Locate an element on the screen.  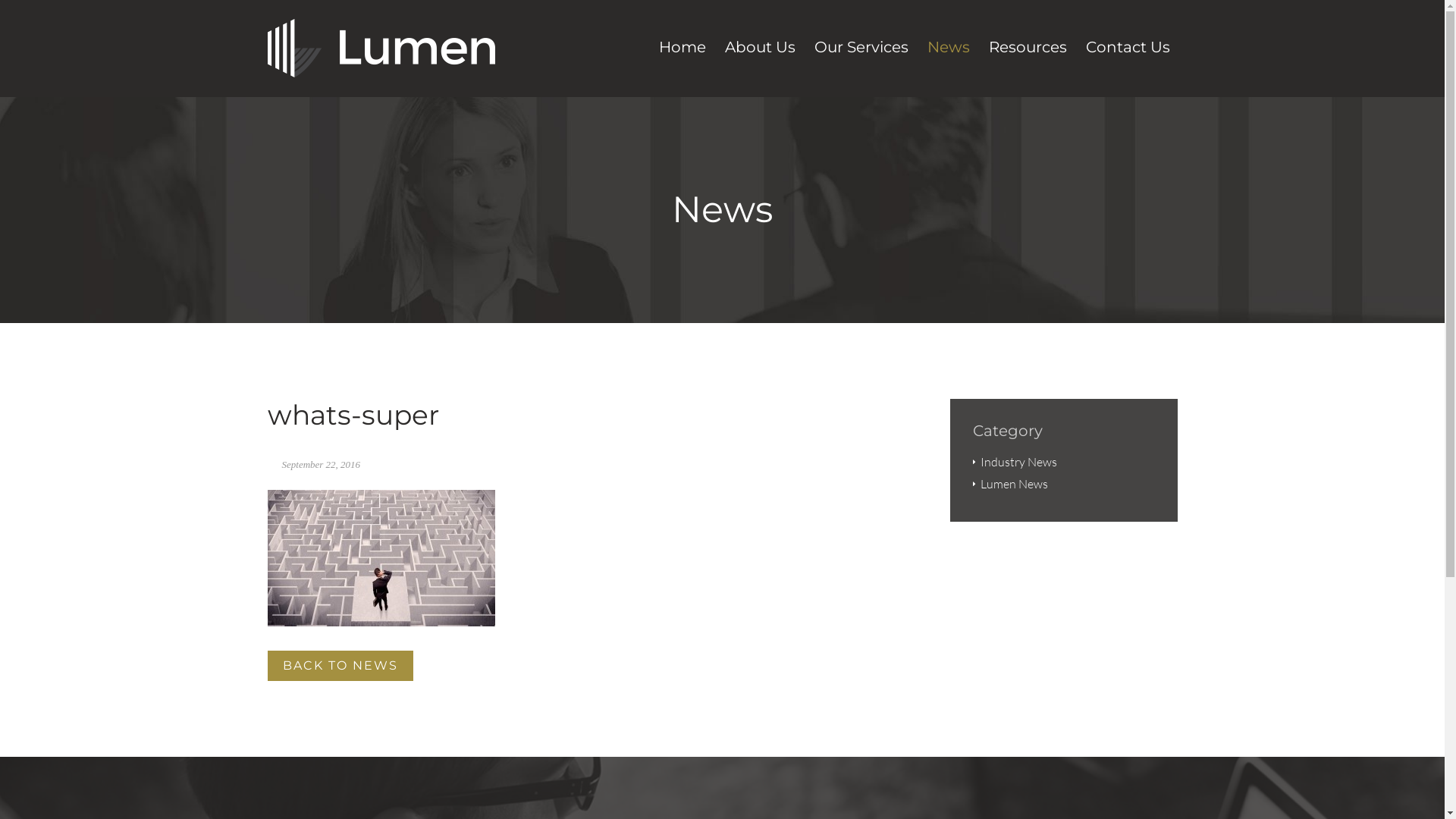
'Home' is located at coordinates (680, 49).